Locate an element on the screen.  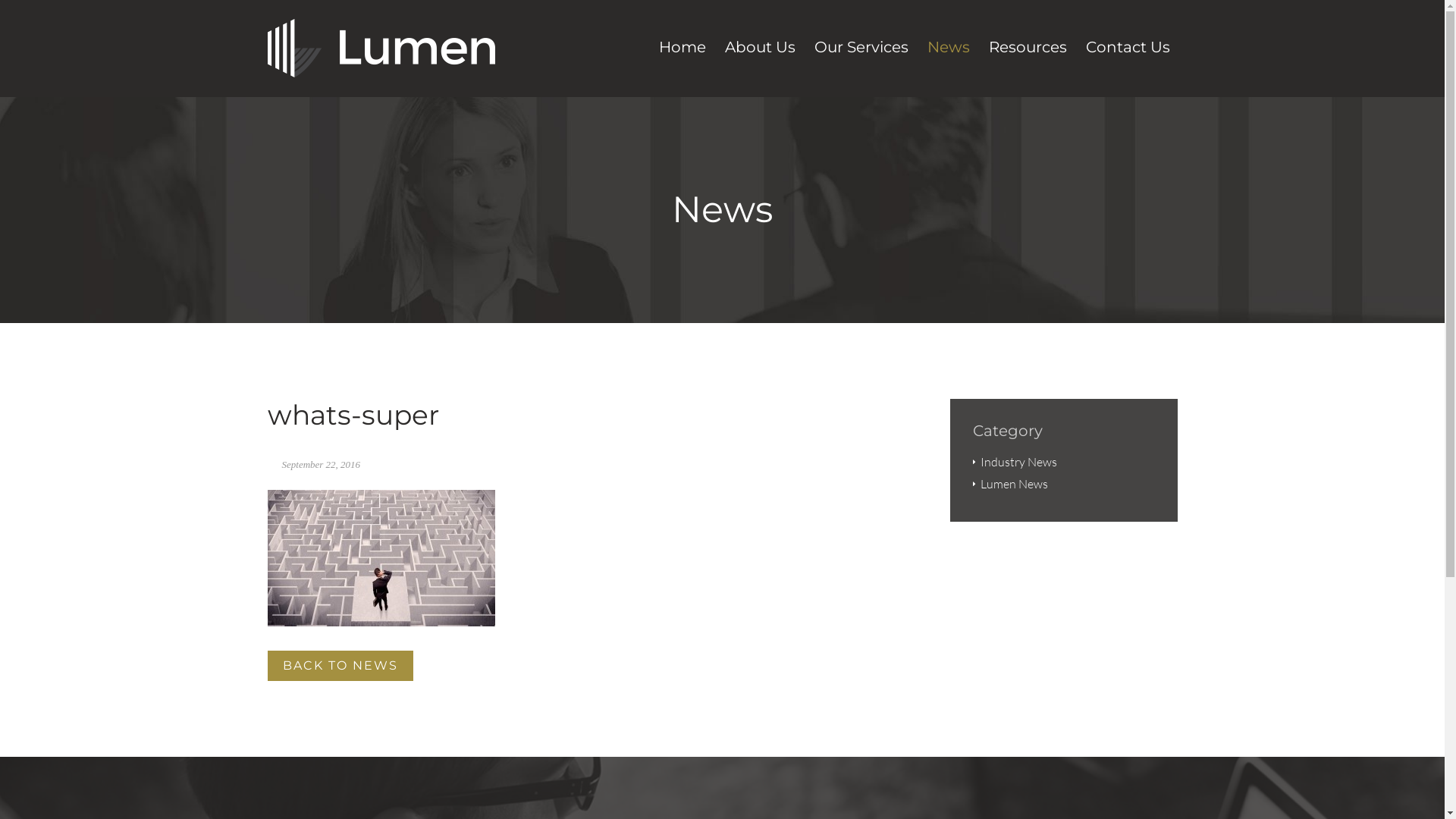
'Home' is located at coordinates (680, 49).